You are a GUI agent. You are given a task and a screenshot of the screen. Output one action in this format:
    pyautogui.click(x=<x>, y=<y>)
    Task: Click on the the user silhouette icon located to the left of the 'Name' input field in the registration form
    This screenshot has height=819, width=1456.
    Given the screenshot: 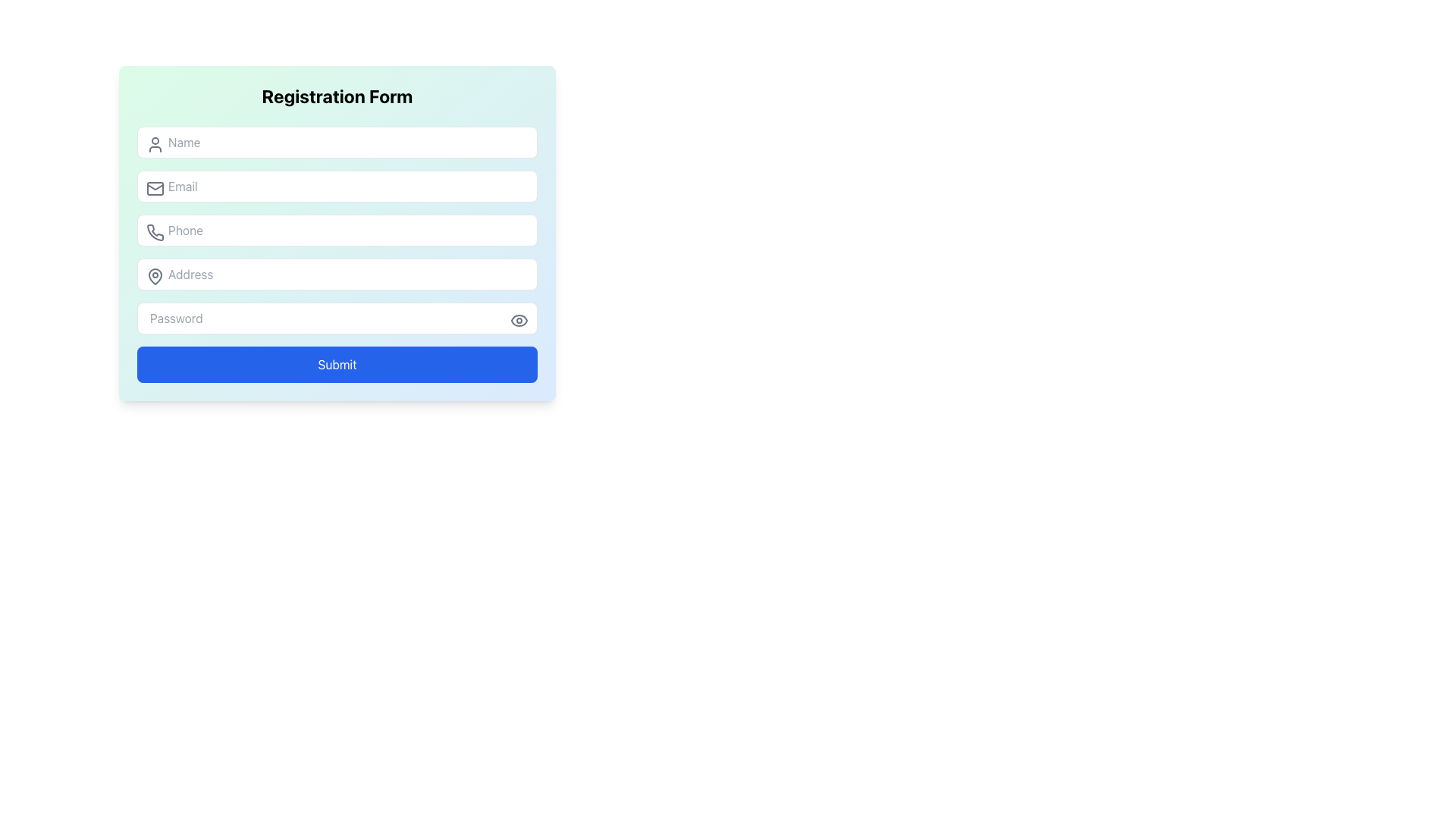 What is the action you would take?
    pyautogui.click(x=155, y=145)
    